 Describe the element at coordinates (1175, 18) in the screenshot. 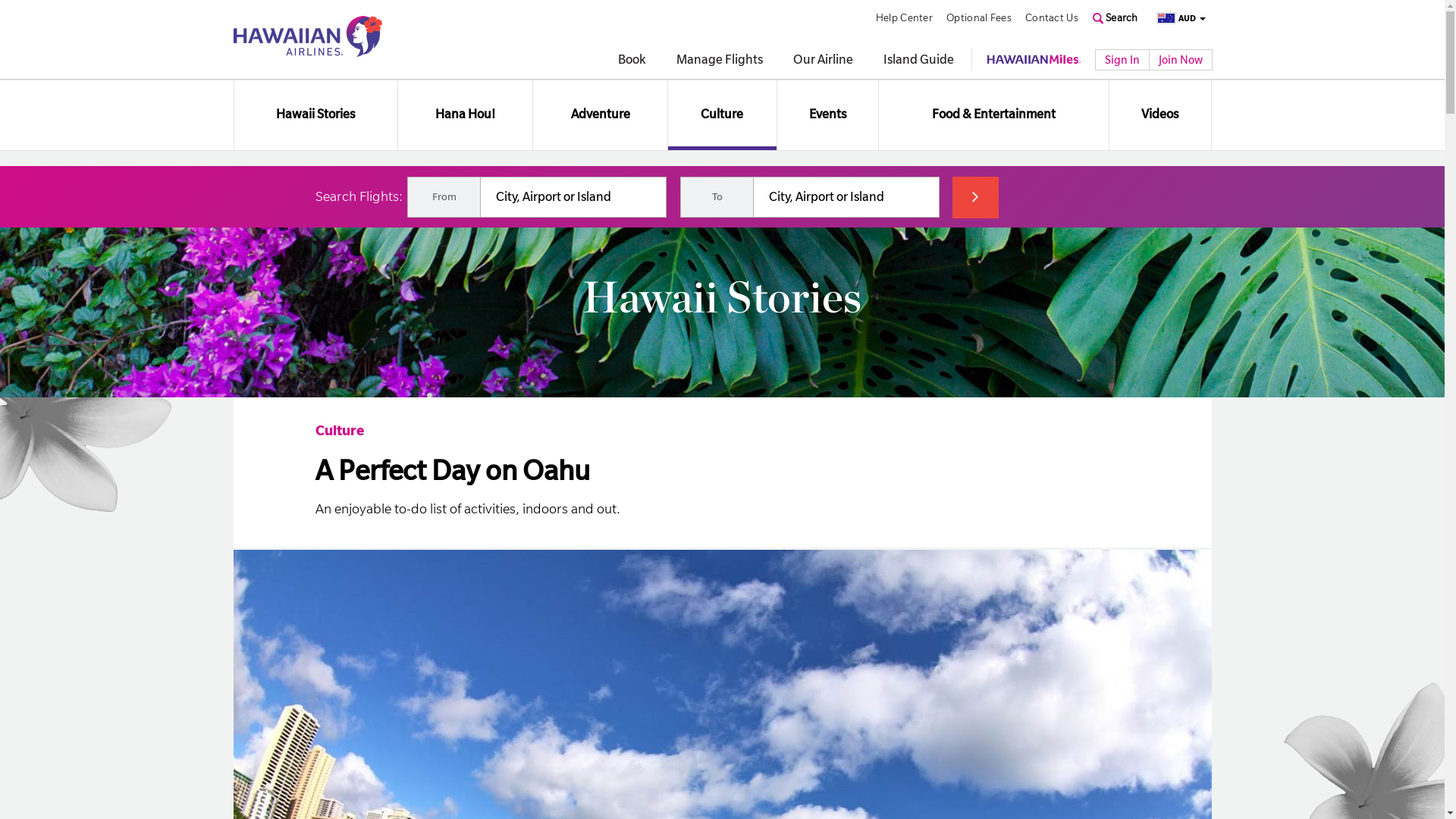

I see `'AUD'` at that location.